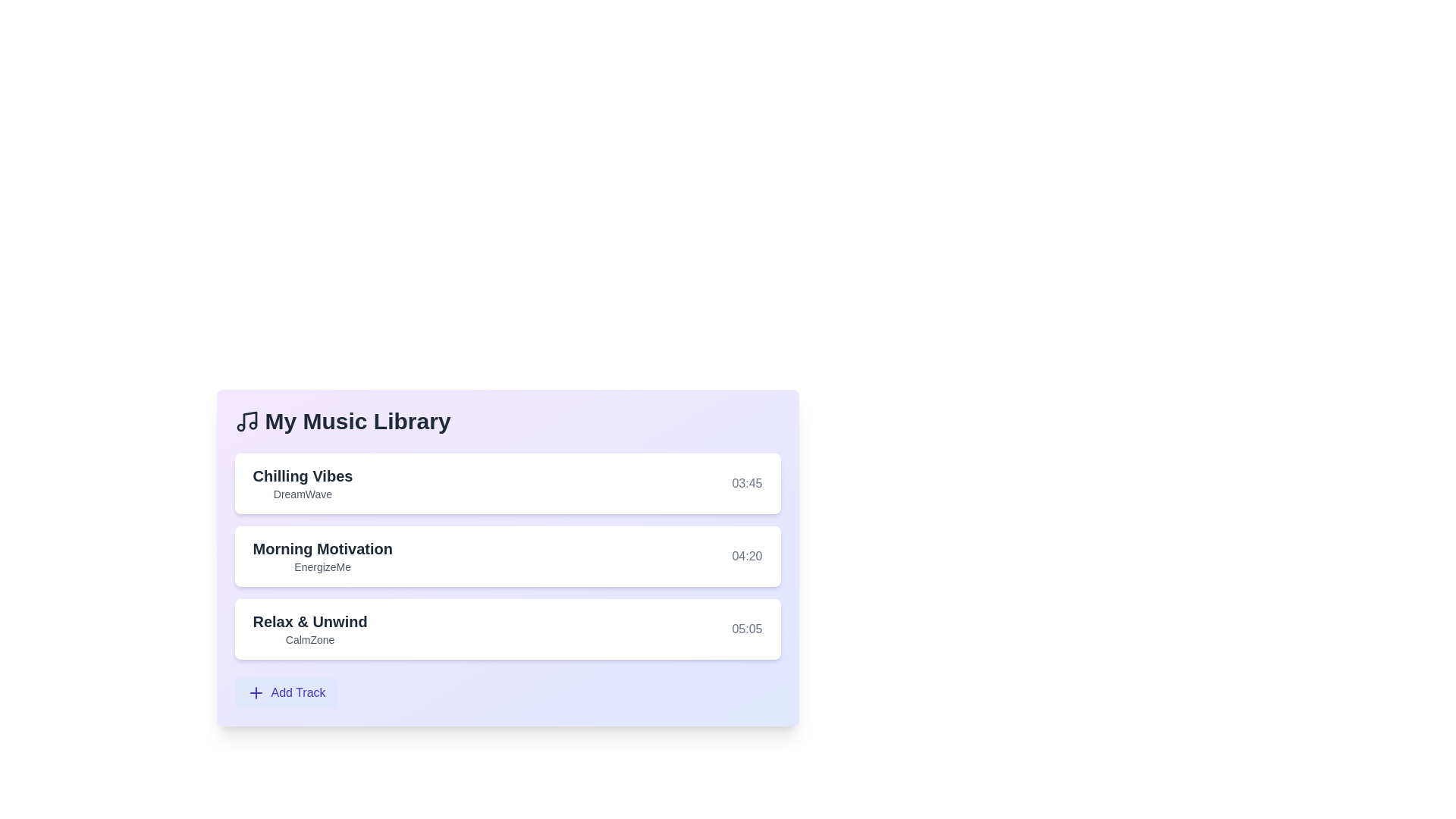  I want to click on the track Morning Motivation from the list, so click(507, 556).